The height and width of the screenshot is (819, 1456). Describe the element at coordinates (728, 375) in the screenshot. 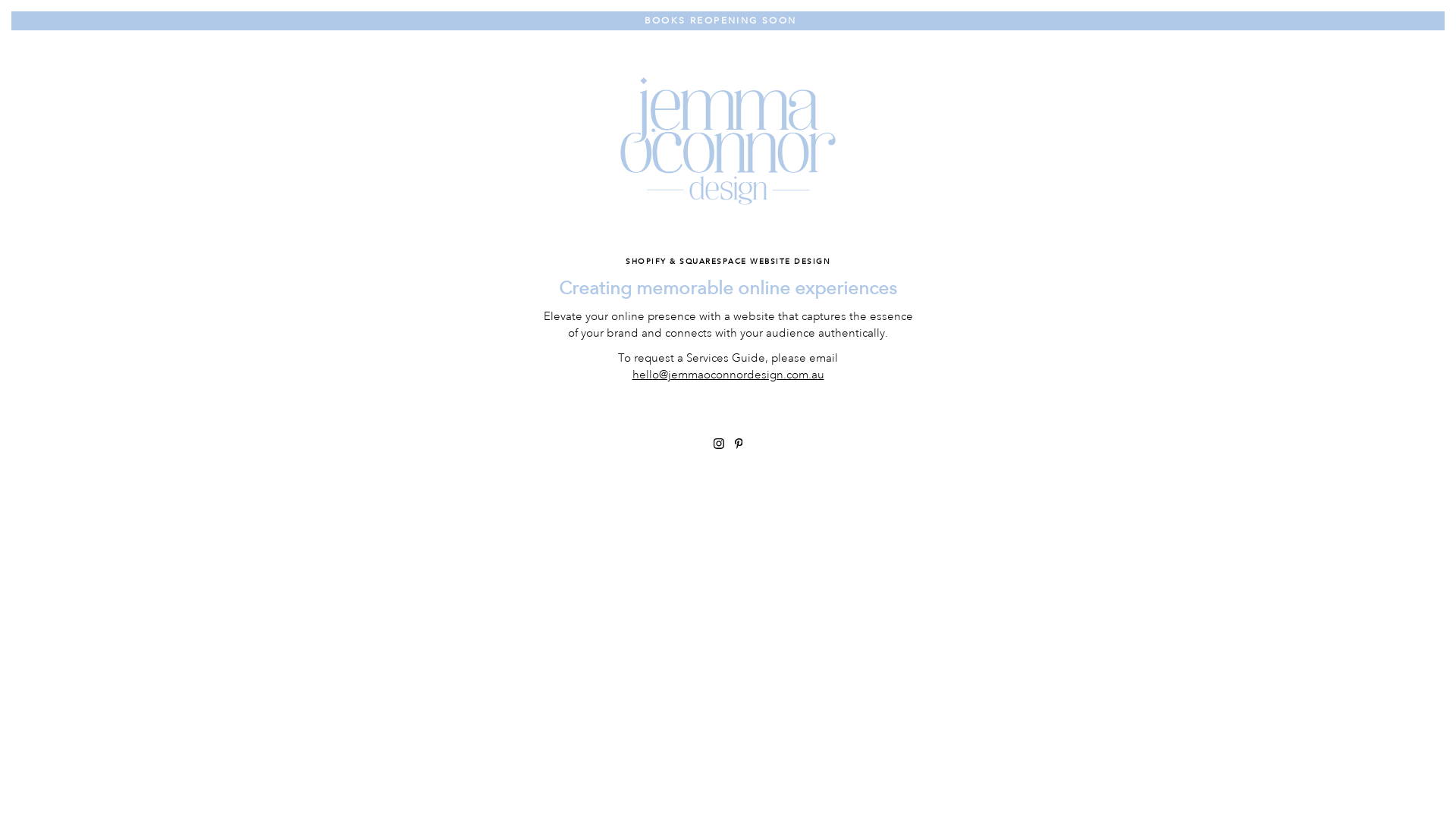

I see `'hello@jemmaoconnordesign.com.au'` at that location.